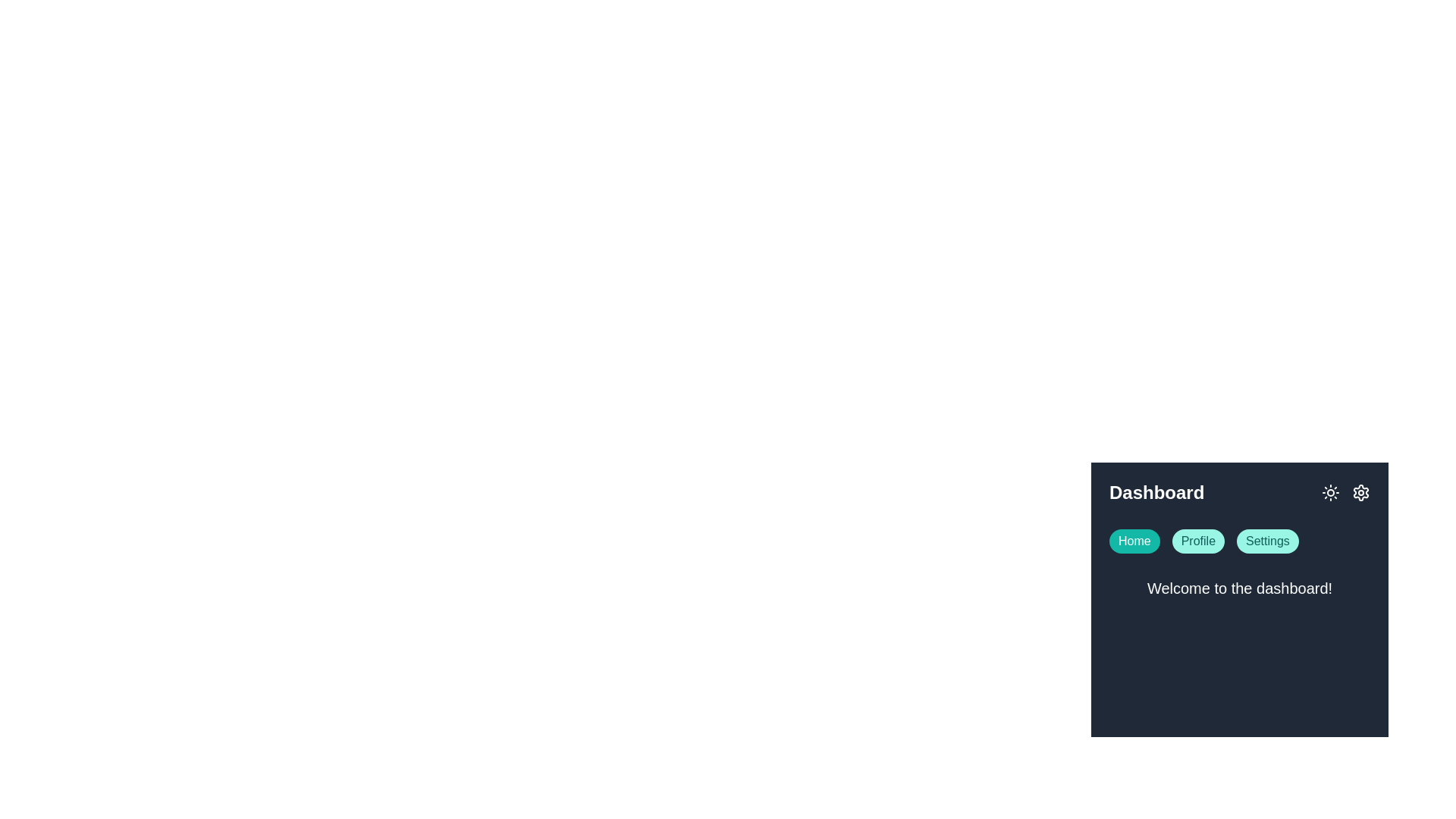 The image size is (1456, 819). I want to click on the 'Home' navigation button located in the top-right corner of the window under the 'Dashboard' heading, so click(1134, 540).